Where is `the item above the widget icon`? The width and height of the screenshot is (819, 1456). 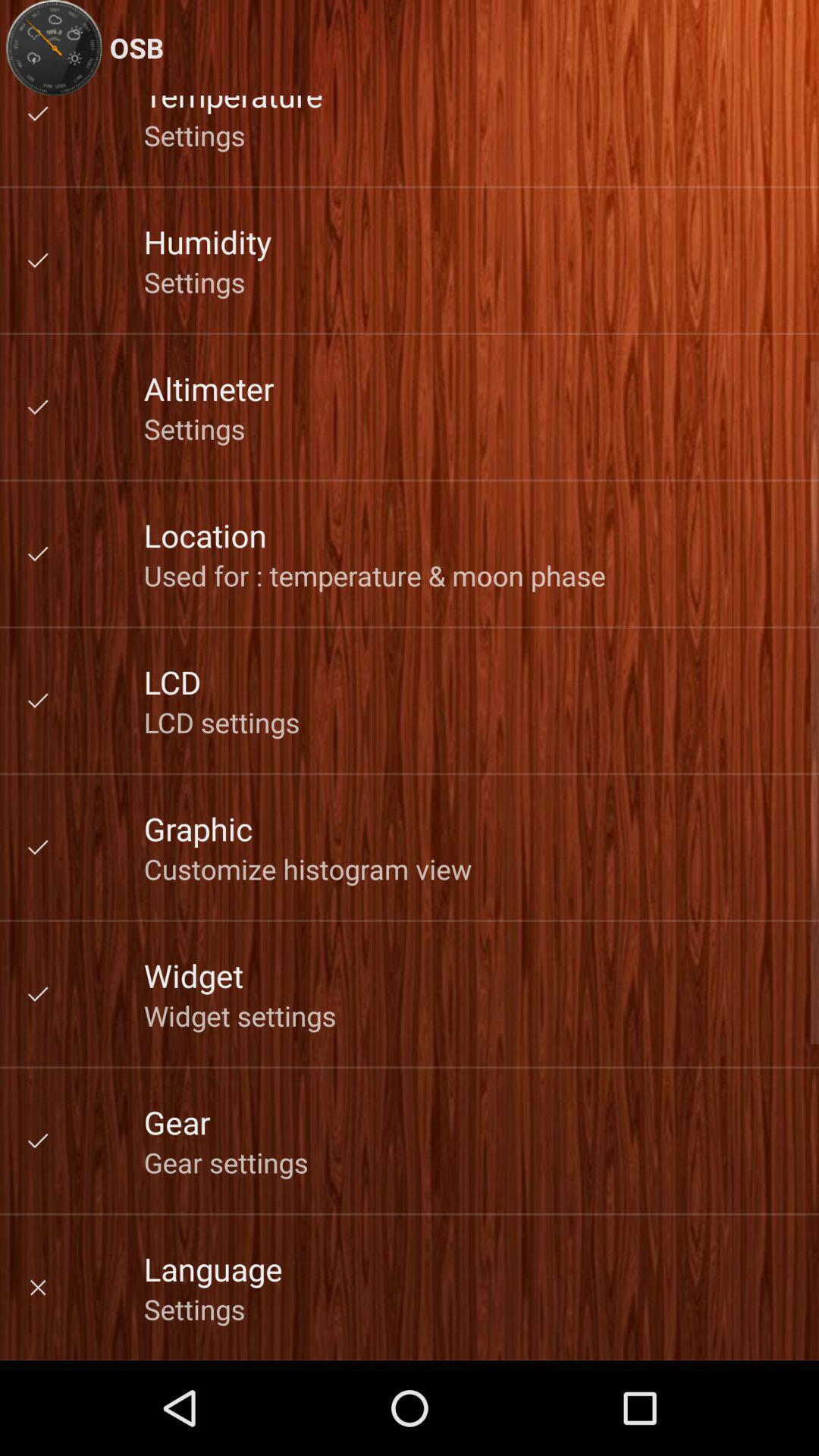 the item above the widget icon is located at coordinates (307, 869).